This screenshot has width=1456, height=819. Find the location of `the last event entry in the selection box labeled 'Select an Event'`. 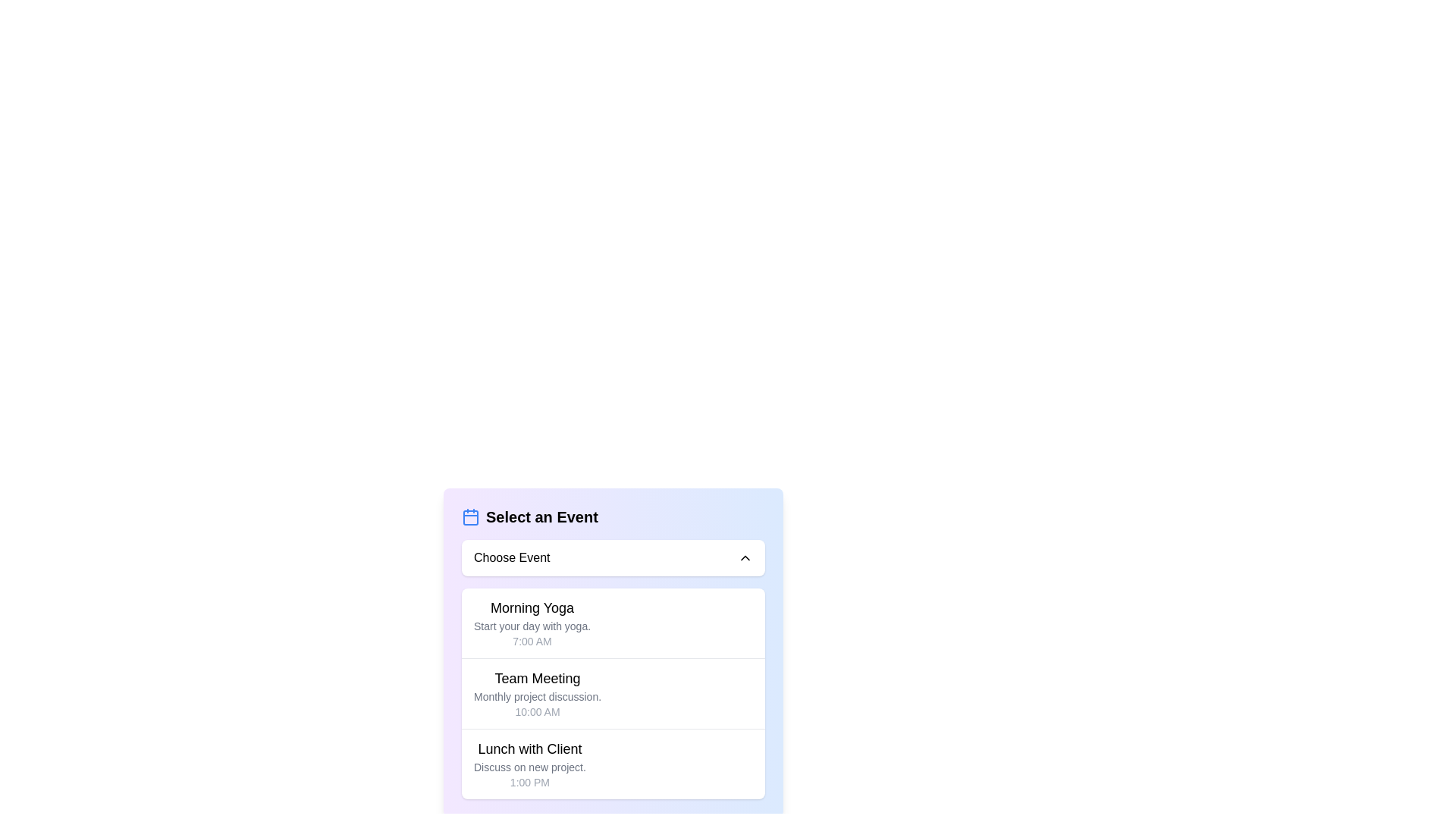

the last event entry in the selection box labeled 'Select an Event' is located at coordinates (529, 764).